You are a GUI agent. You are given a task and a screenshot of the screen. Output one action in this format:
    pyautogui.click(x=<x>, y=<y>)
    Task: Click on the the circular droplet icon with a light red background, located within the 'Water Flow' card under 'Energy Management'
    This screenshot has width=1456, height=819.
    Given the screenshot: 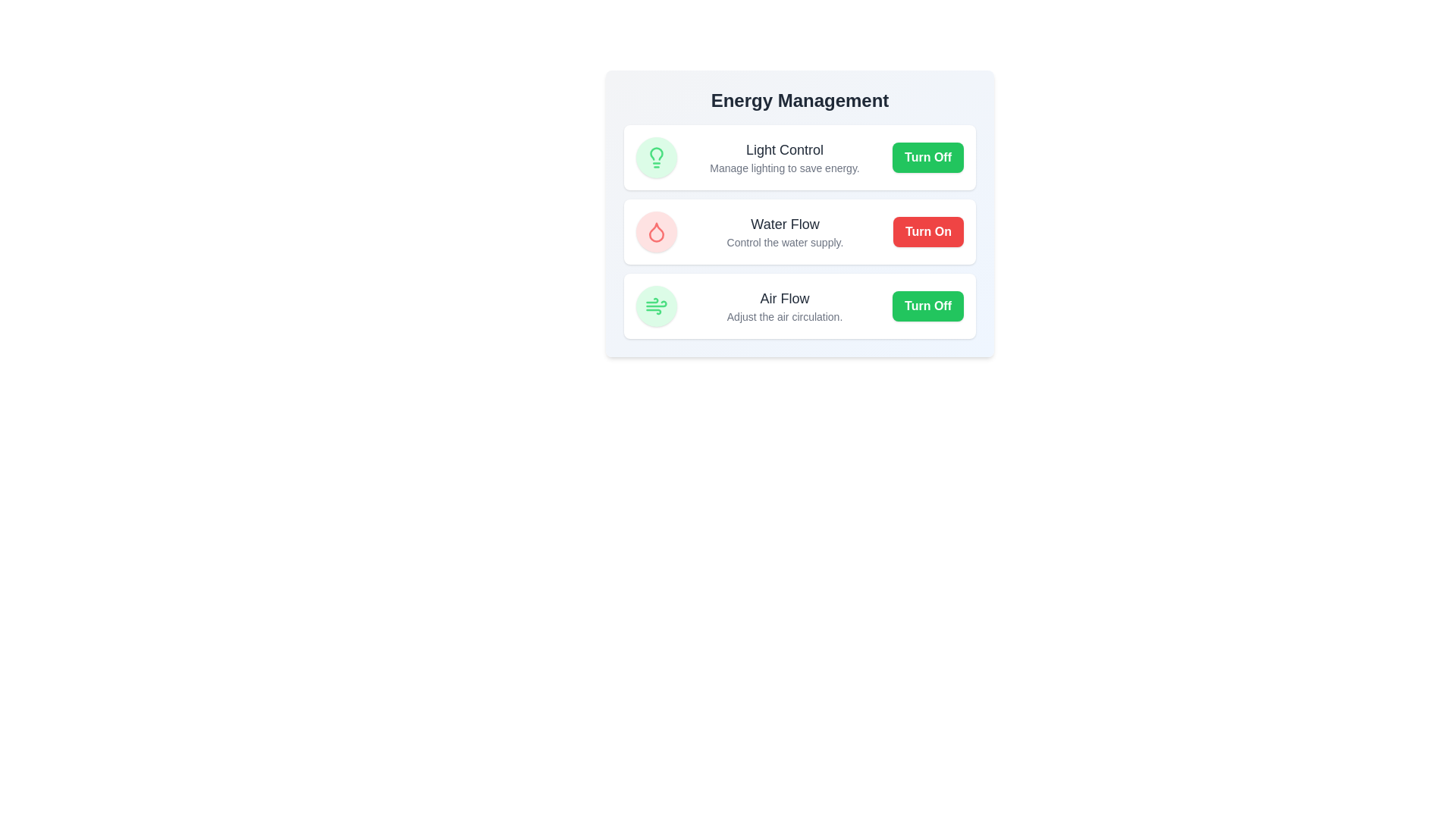 What is the action you would take?
    pyautogui.click(x=656, y=231)
    